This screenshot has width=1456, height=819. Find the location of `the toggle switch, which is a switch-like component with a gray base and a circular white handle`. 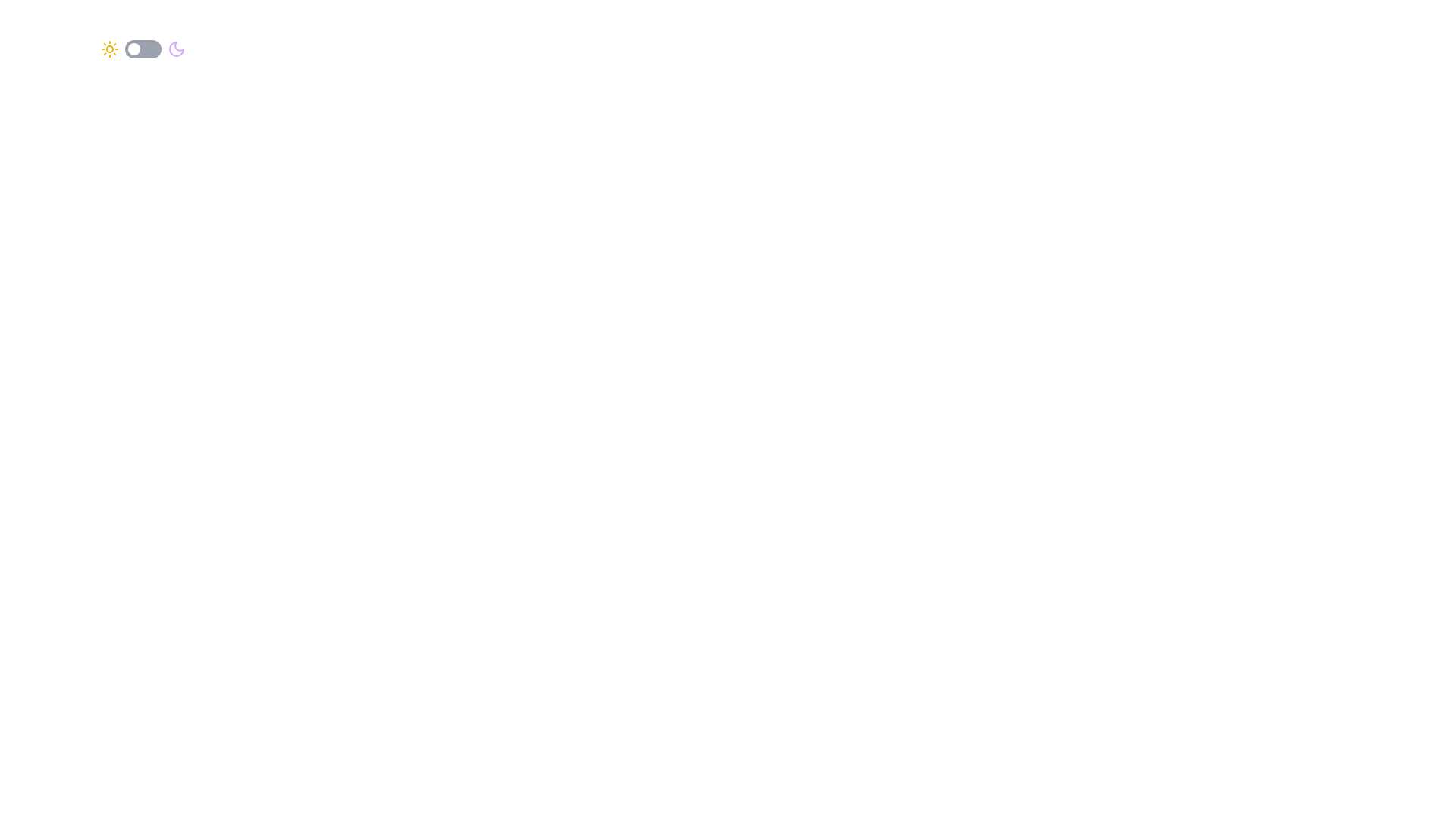

the toggle switch, which is a switch-like component with a gray base and a circular white handle is located at coordinates (143, 49).